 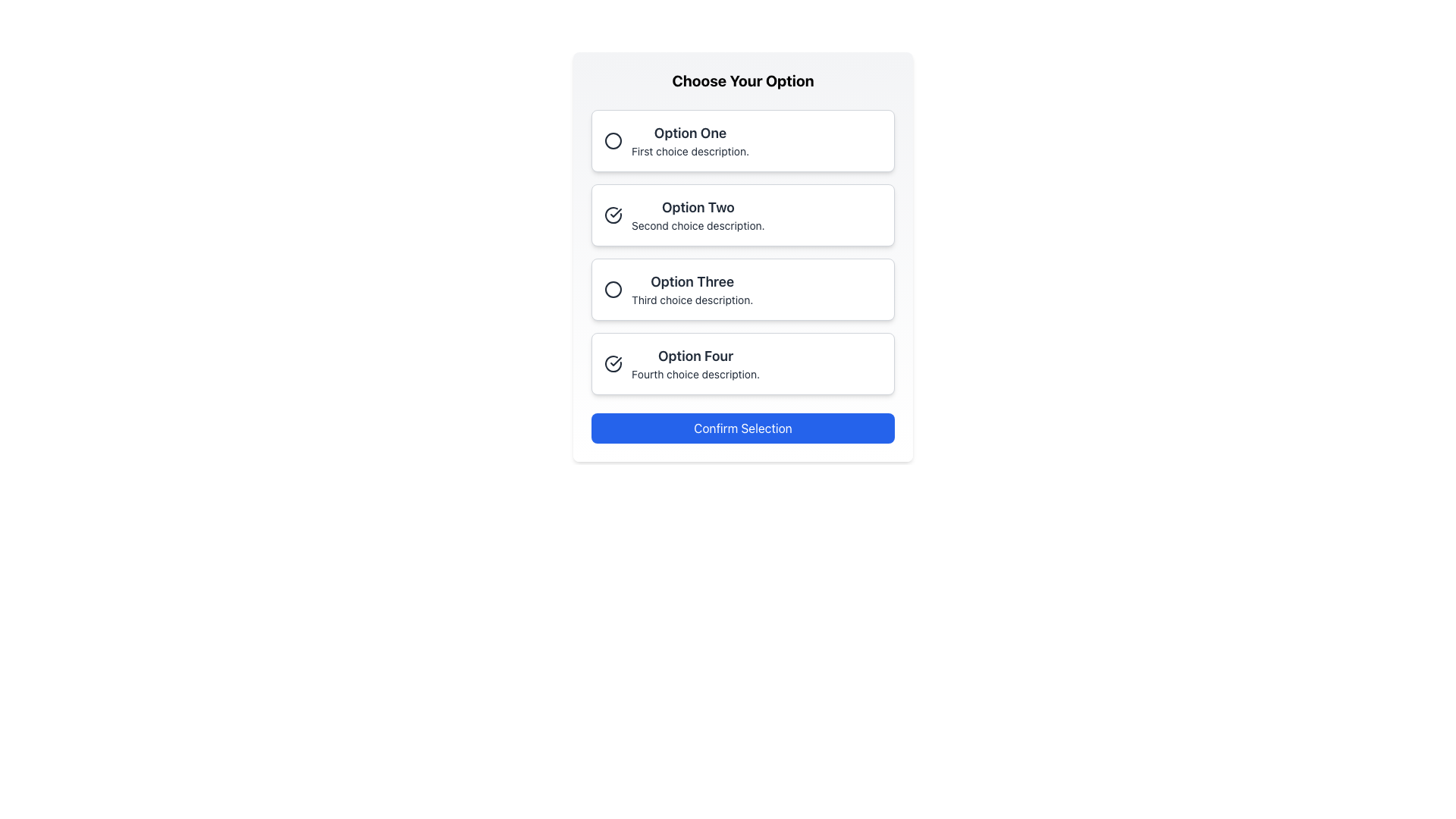 I want to click on the selectable option titled 'Option Three' with the description 'Third choice description.' located in the third position of the list under the header 'Choose Your Option', so click(x=691, y=289).